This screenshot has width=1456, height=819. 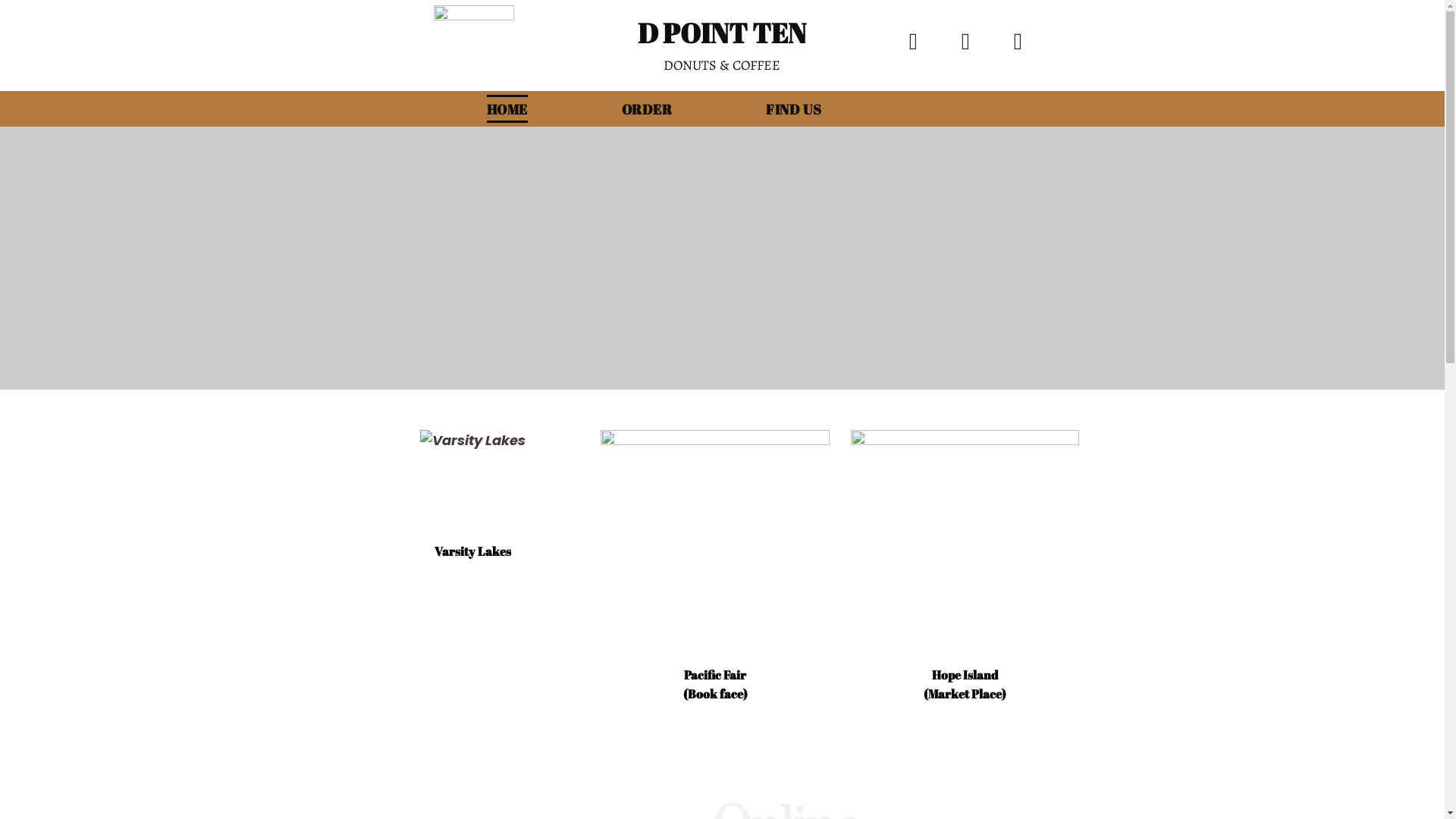 I want to click on 'FIND US', so click(x=746, y=108).